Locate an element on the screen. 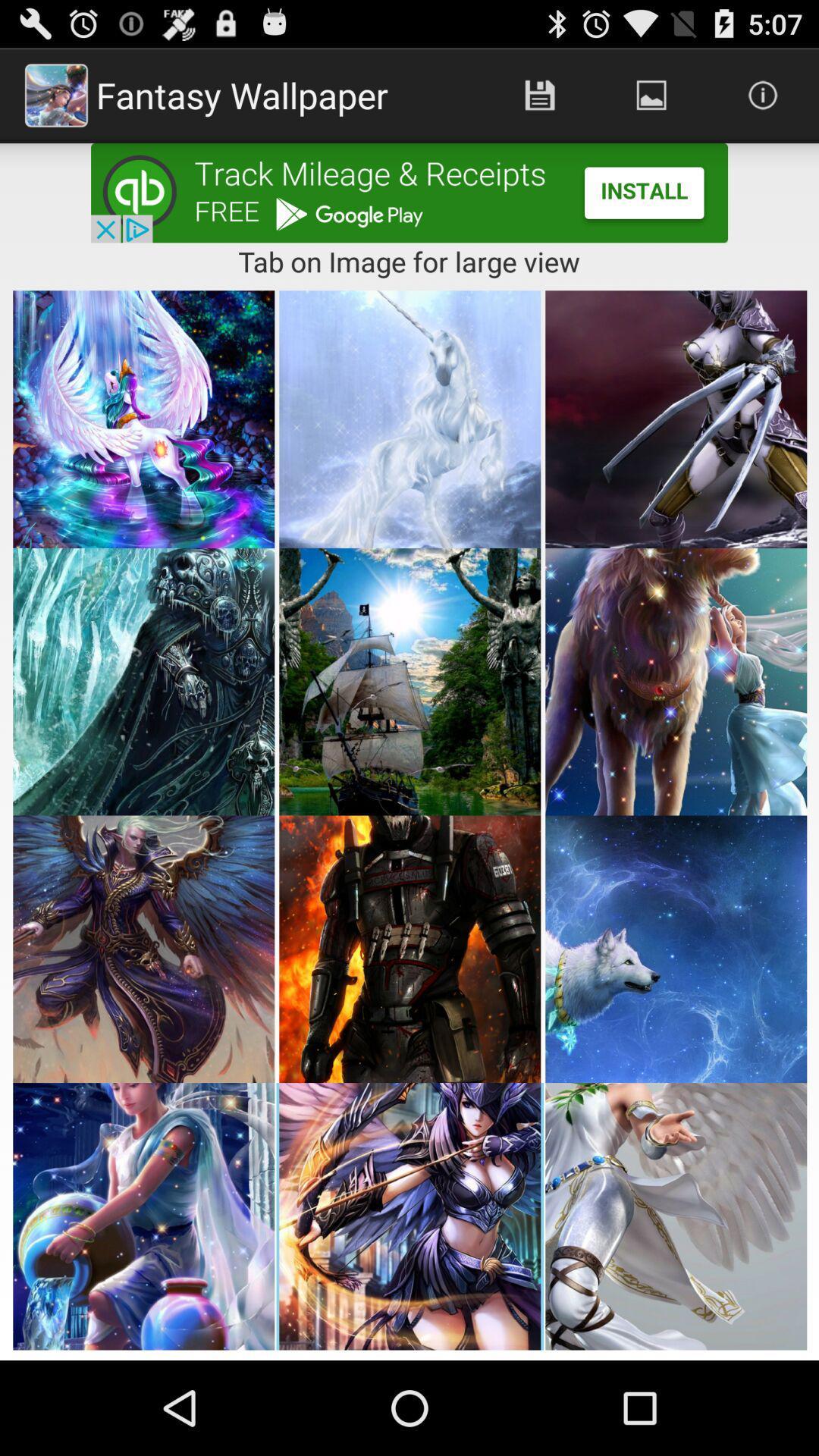 This screenshot has width=819, height=1456. second row third image is located at coordinates (675, 681).